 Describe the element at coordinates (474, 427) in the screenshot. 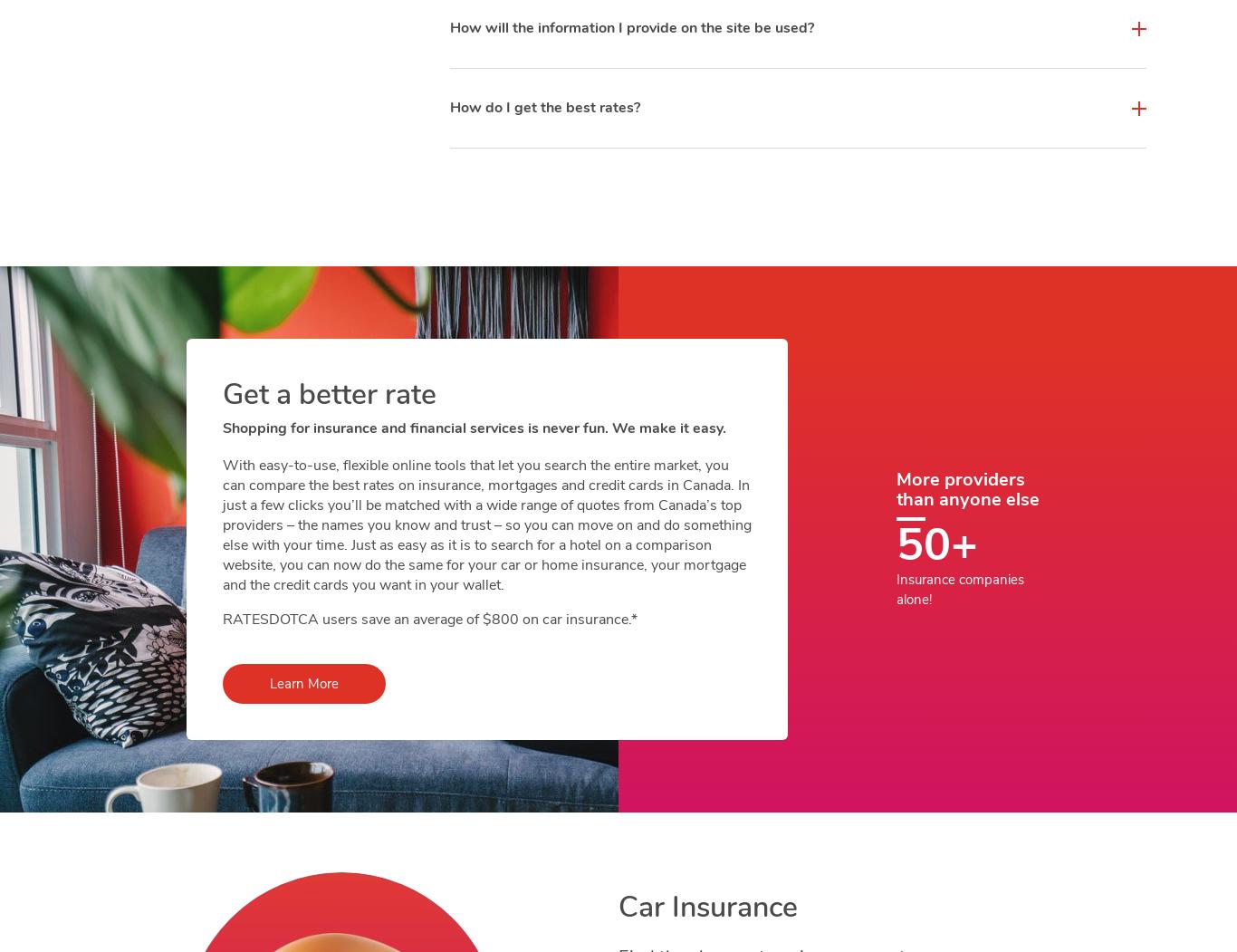

I see `'Shopping for insurance and financial services is never fun. We make it easy.'` at that location.